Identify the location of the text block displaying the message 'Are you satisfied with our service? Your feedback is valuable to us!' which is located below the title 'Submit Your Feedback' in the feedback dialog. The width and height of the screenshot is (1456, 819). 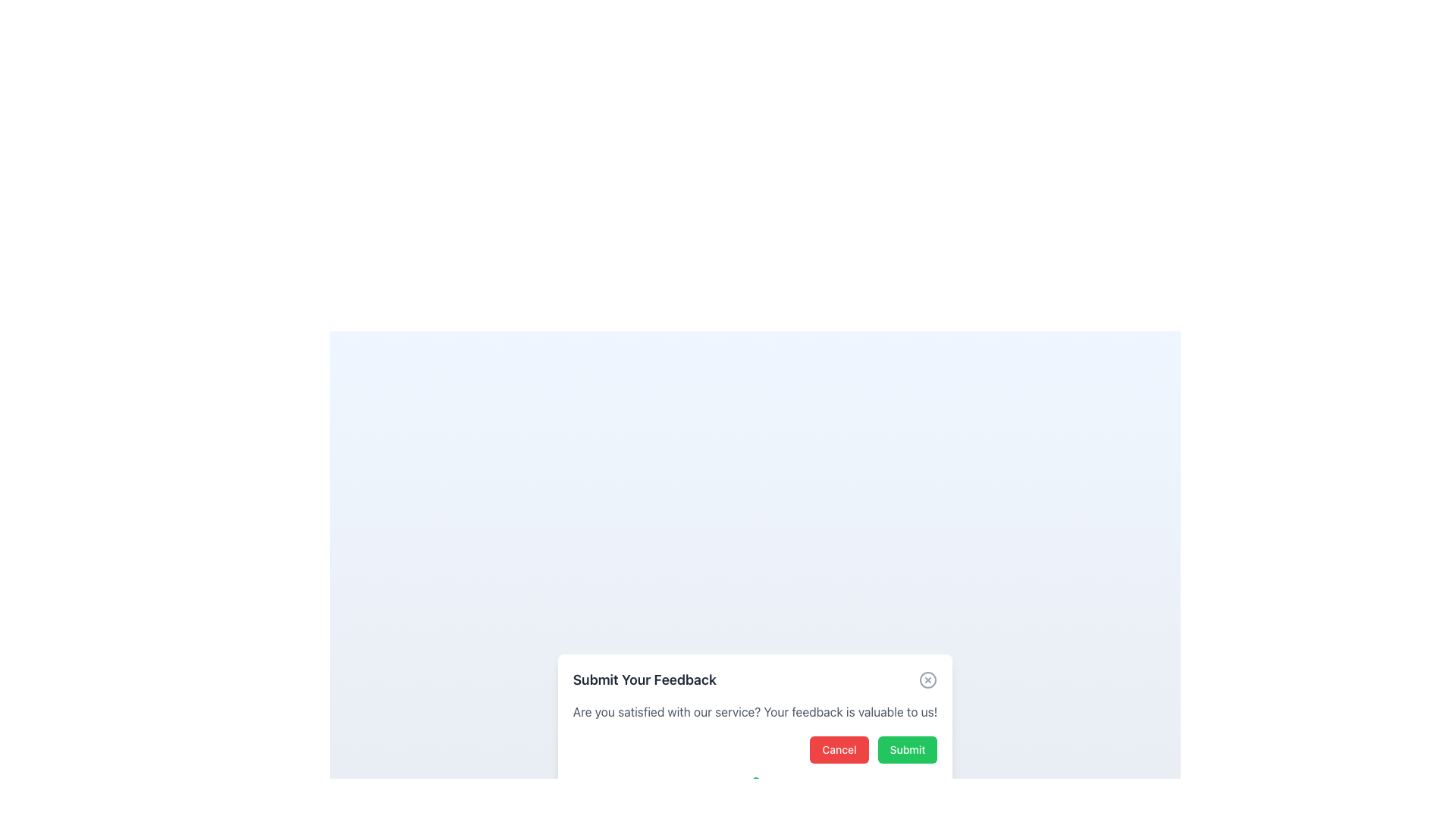
(755, 711).